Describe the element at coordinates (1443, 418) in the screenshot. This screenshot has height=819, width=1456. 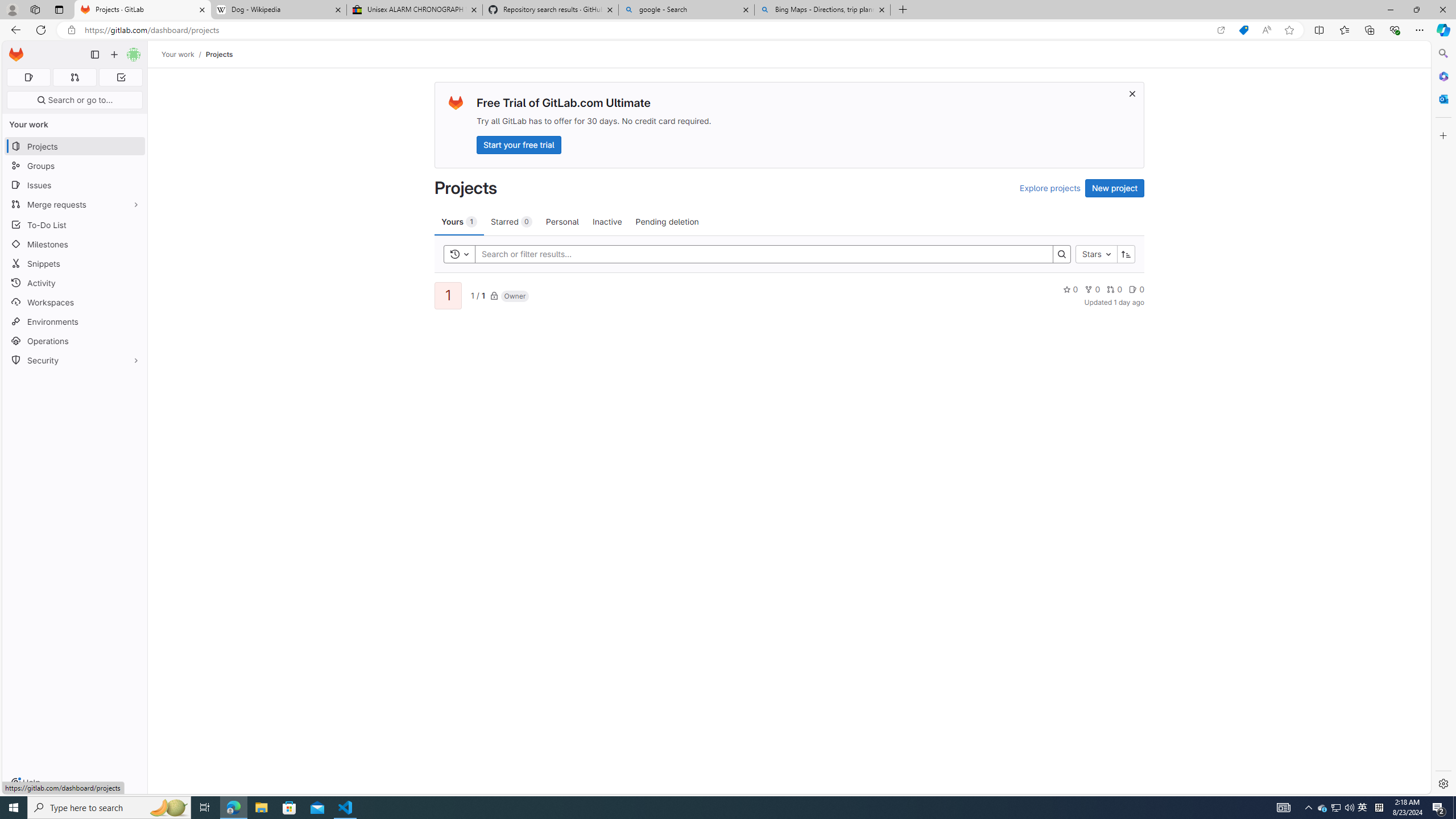
I see `'Side bar'` at that location.